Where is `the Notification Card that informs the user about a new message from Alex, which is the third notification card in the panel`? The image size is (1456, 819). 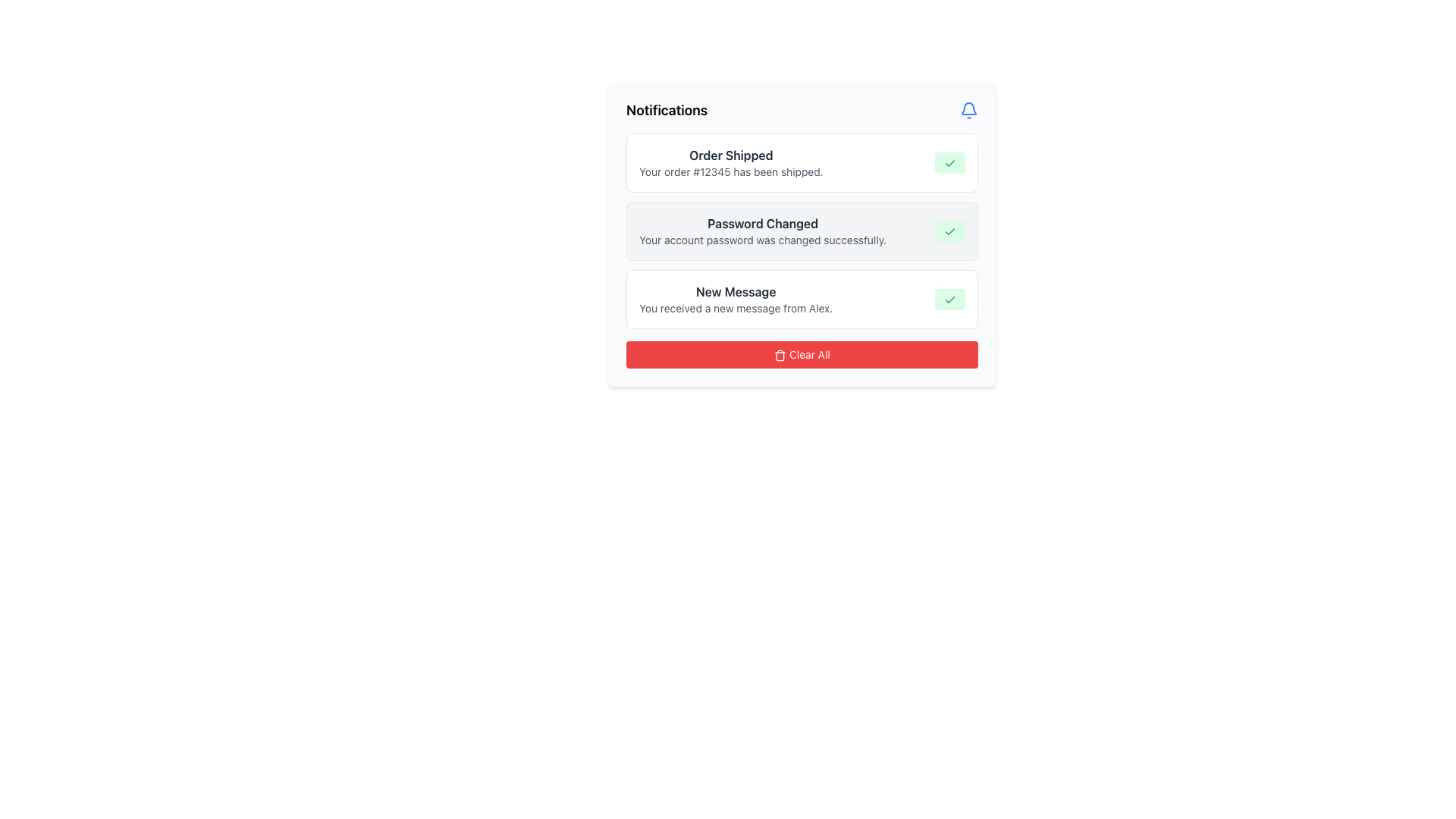 the Notification Card that informs the user about a new message from Alex, which is the third notification card in the panel is located at coordinates (801, 299).